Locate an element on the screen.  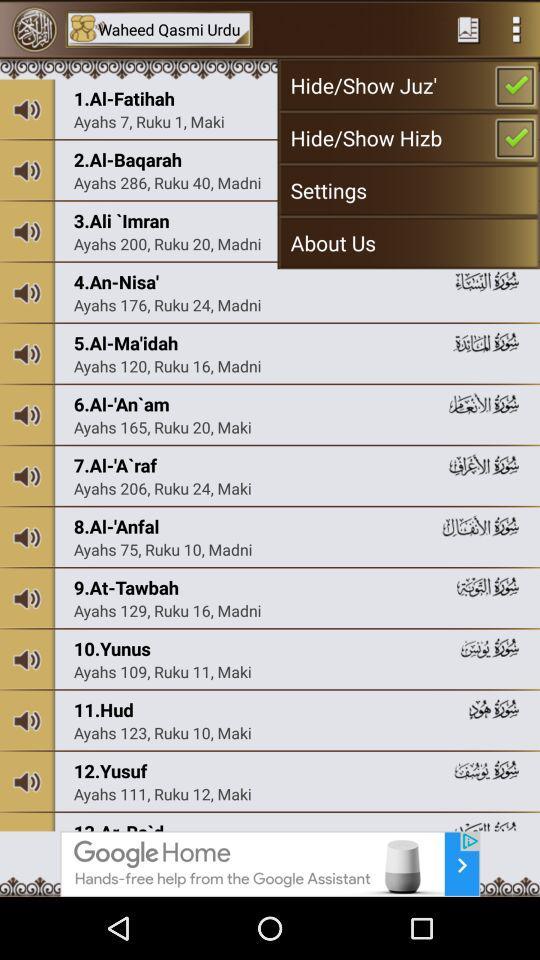
the bookmark icon is located at coordinates (468, 30).